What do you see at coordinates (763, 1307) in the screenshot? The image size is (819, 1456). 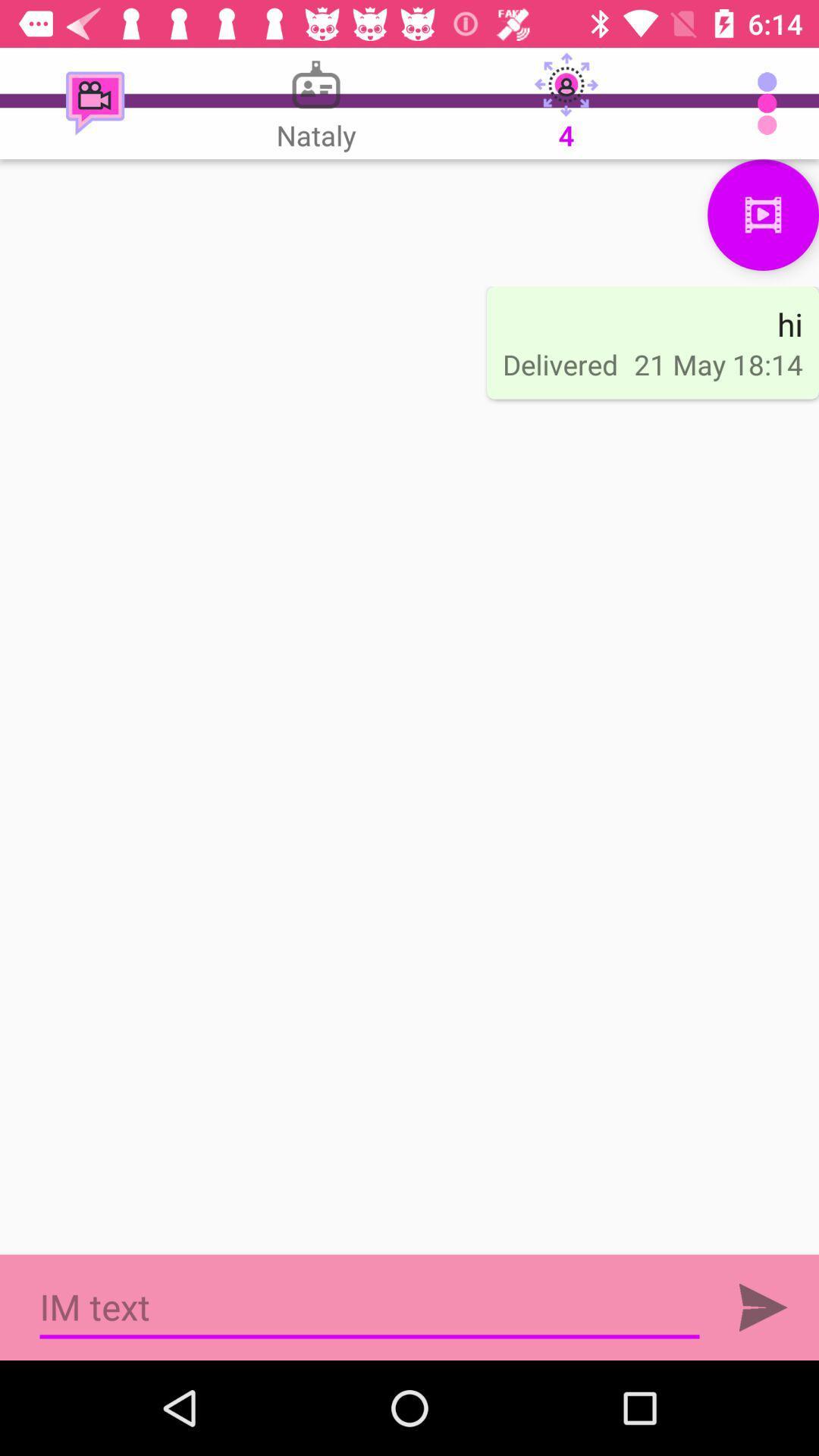 I see `the send icon` at bounding box center [763, 1307].